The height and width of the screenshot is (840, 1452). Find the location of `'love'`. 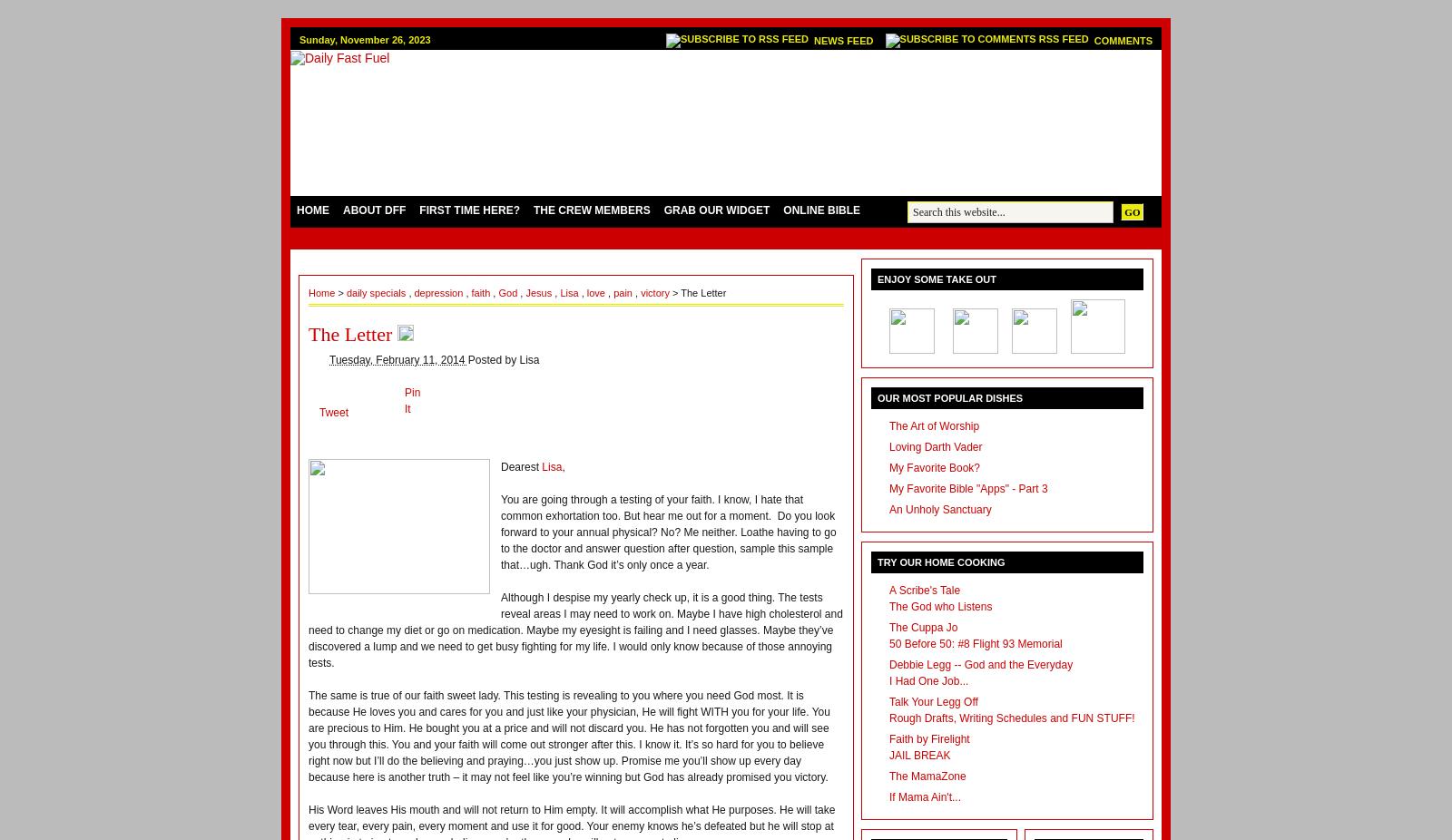

'love' is located at coordinates (597, 292).